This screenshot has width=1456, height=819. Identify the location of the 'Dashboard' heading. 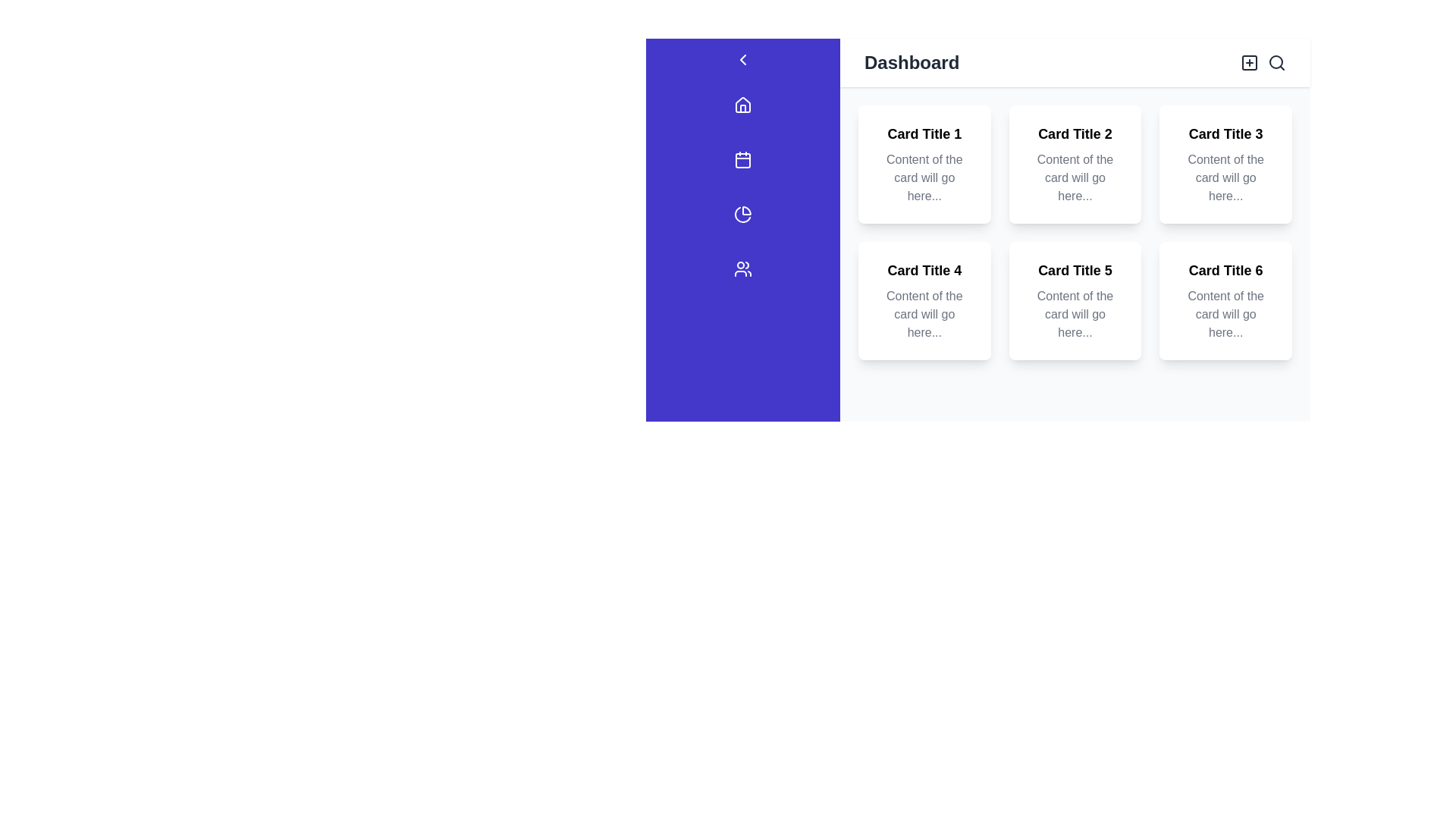
(911, 62).